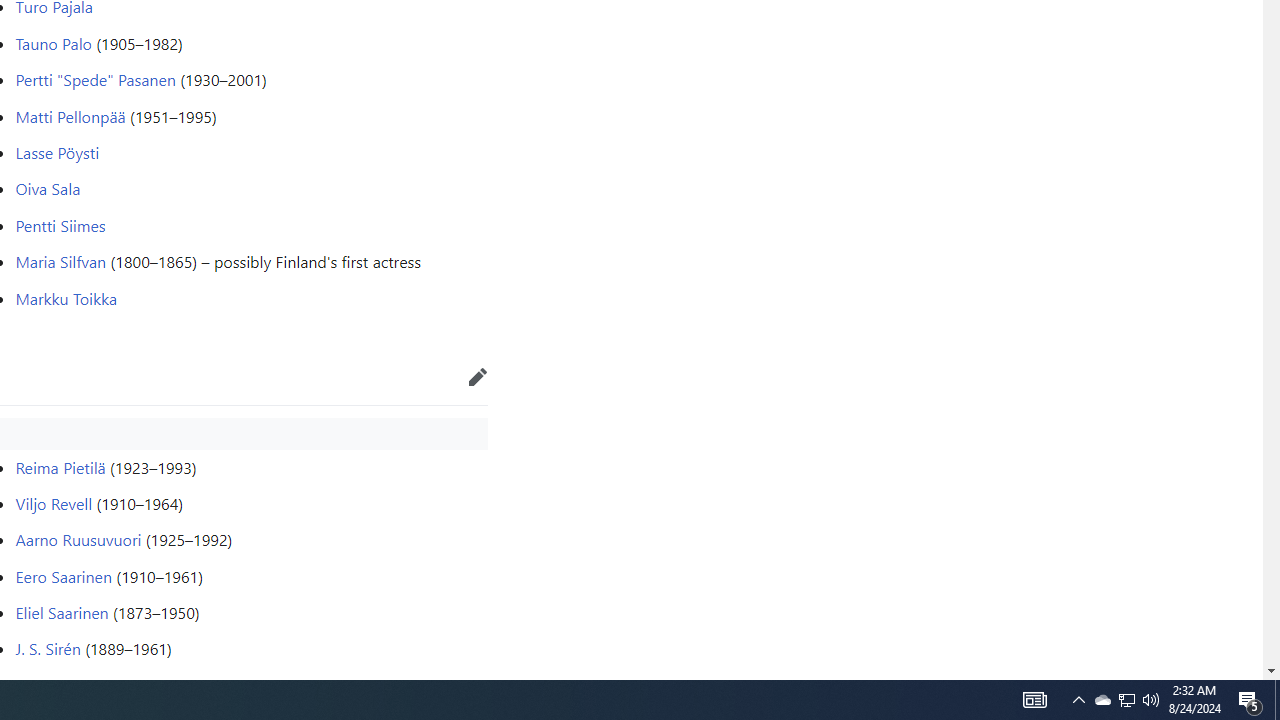  I want to click on 'Viljo Revell', so click(54, 501).